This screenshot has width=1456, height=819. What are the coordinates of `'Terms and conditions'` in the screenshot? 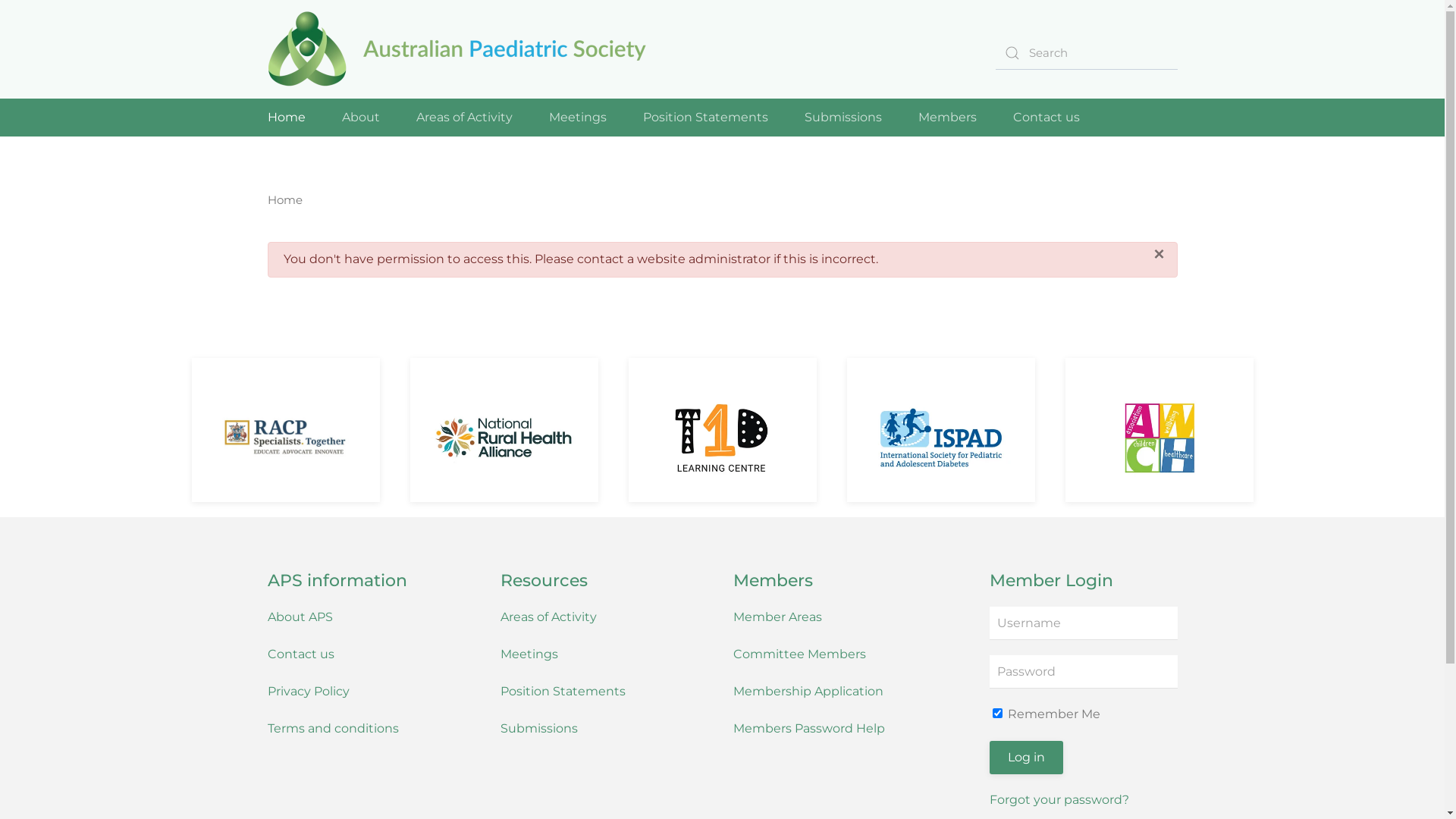 It's located at (331, 727).